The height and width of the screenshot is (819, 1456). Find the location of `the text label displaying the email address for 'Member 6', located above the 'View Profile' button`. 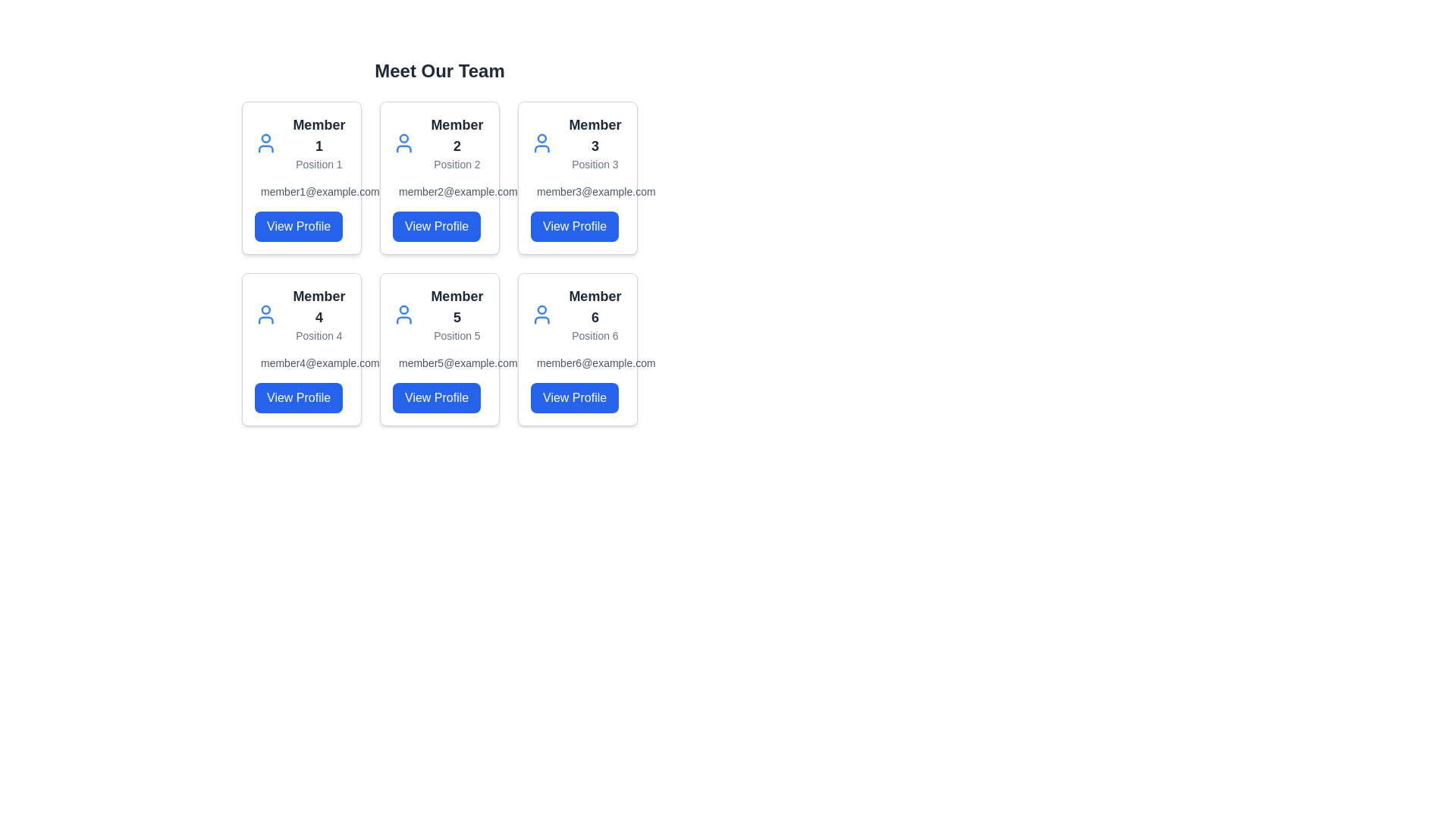

the text label displaying the email address for 'Member 6', located above the 'View Profile' button is located at coordinates (577, 362).